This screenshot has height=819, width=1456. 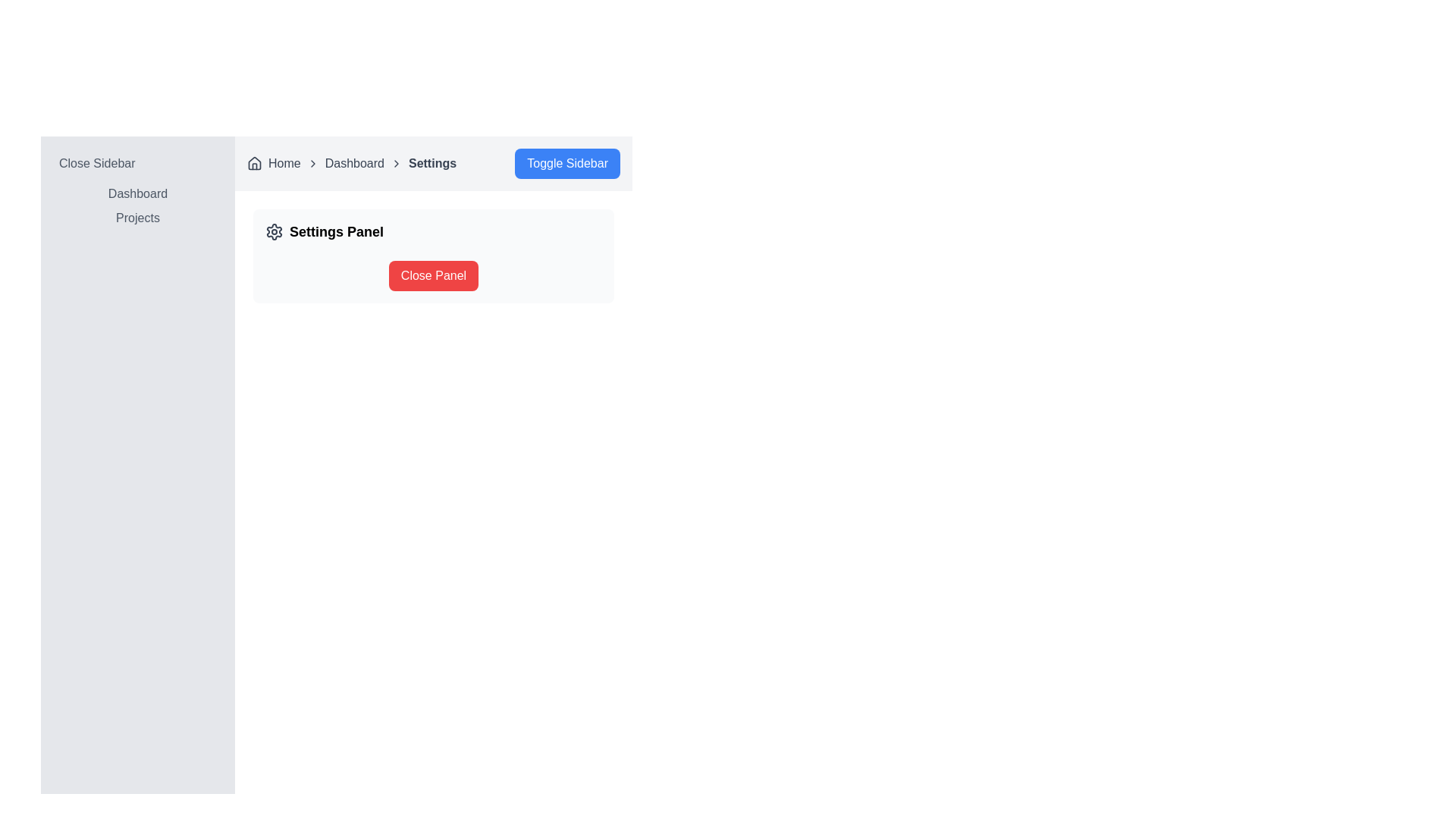 I want to click on the home icon located on the extreme left of the breadcrumb navigation bar, so click(x=255, y=163).